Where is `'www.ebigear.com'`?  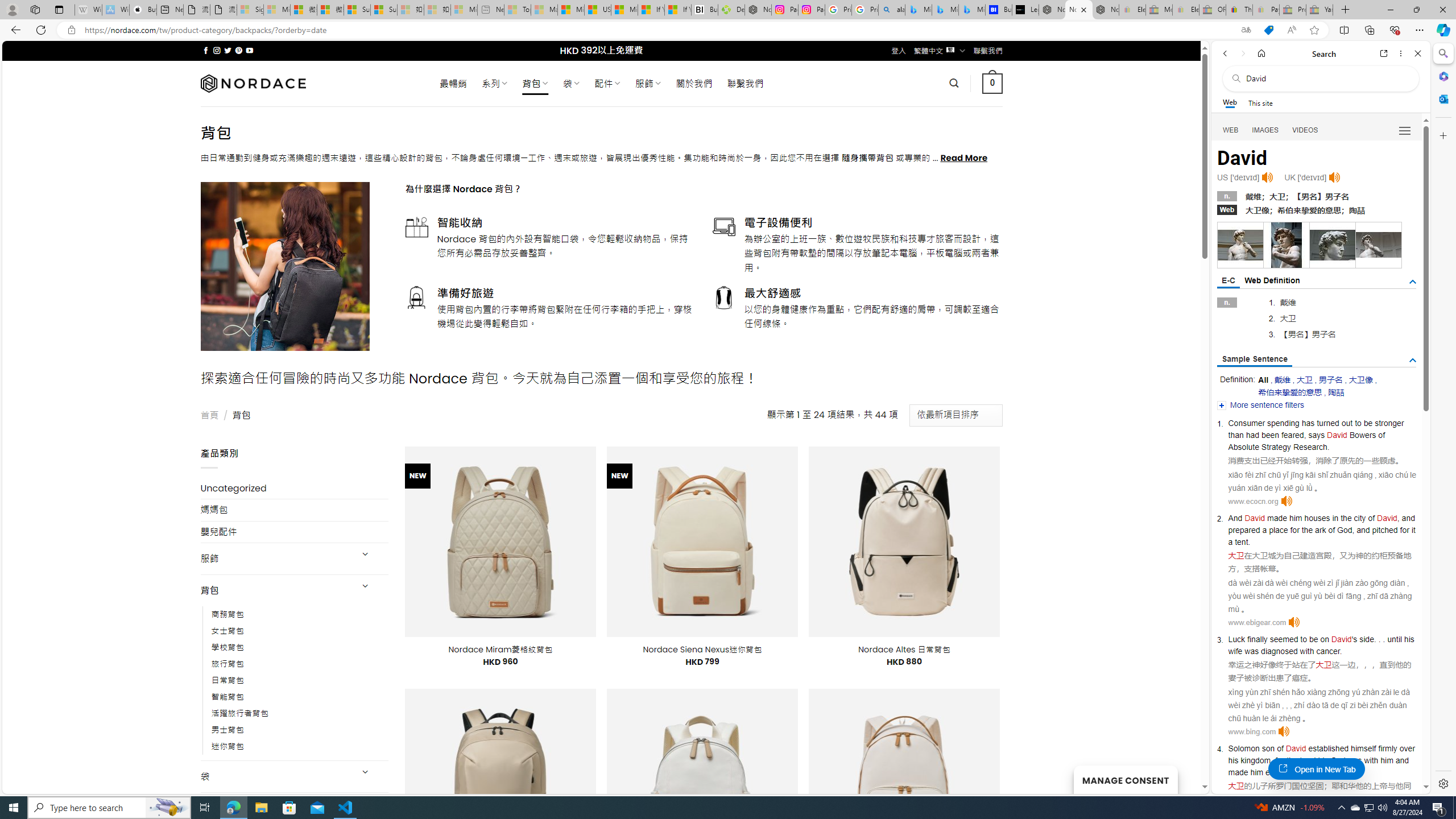
'www.ebigear.com' is located at coordinates (1256, 622).